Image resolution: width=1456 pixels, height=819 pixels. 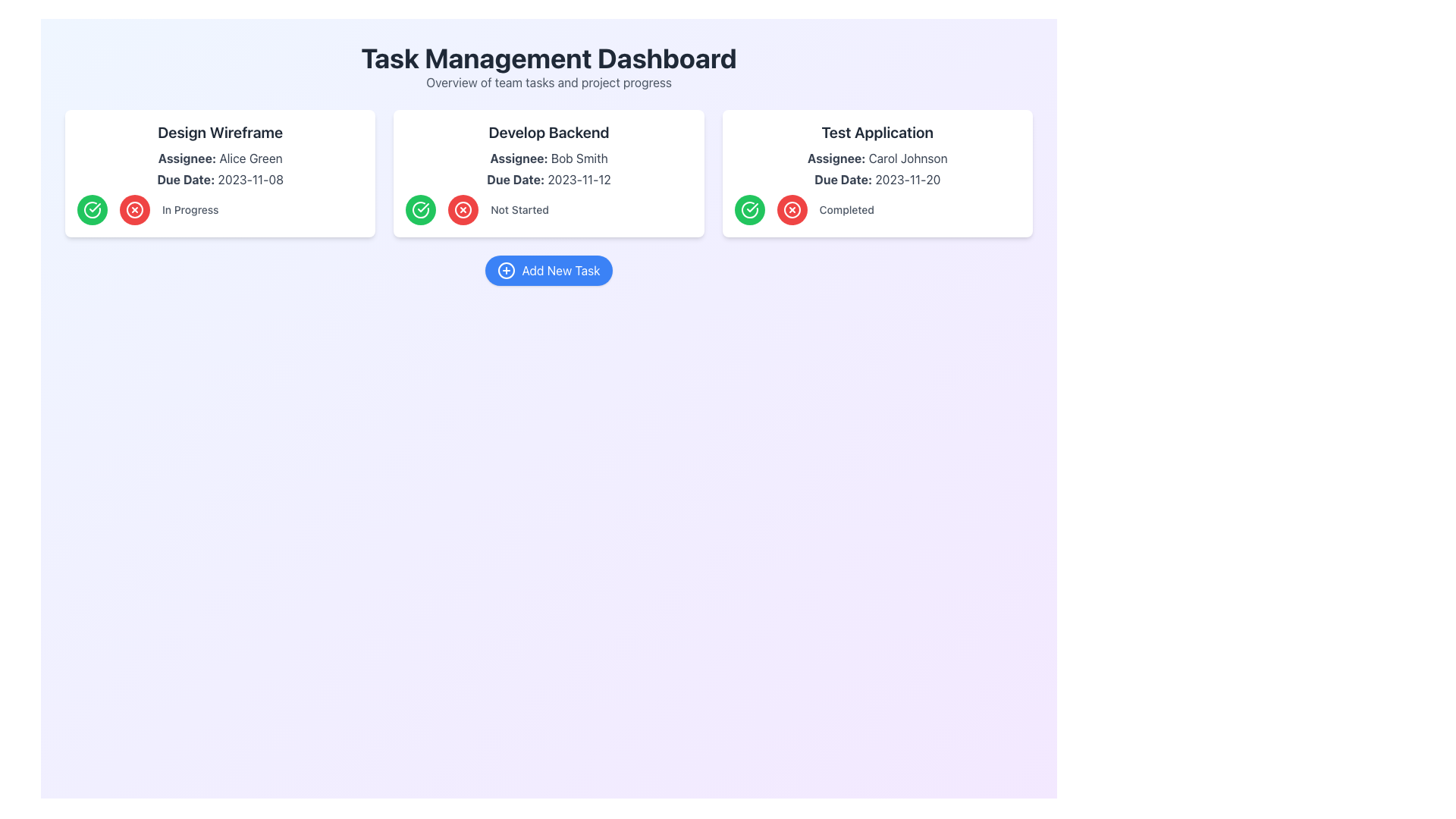 I want to click on the leftmost button in the 'Design Wireframe' card to mark the task as complete or in progress, so click(x=91, y=210).